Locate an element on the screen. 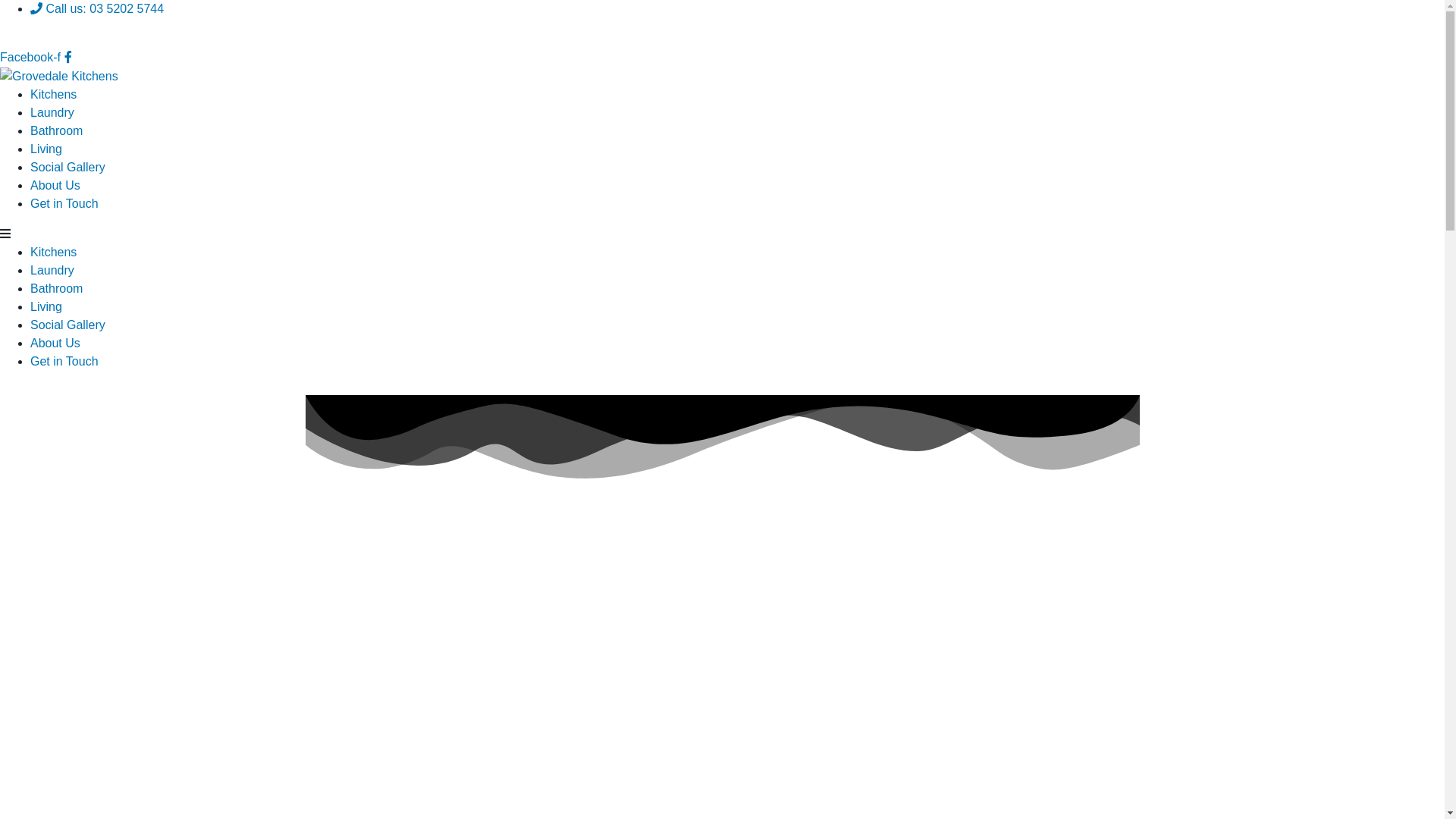 The height and width of the screenshot is (819, 1456). 'Get in Touch' is located at coordinates (64, 361).